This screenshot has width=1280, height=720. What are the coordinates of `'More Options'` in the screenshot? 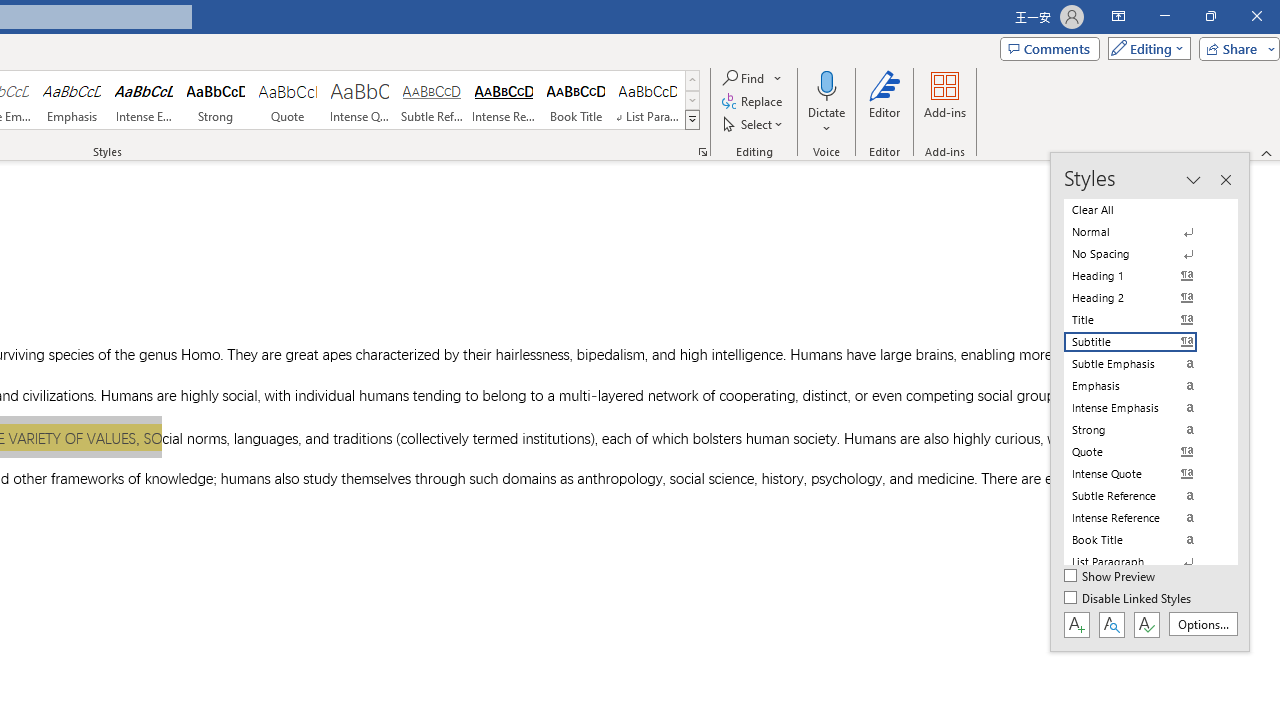 It's located at (826, 121).